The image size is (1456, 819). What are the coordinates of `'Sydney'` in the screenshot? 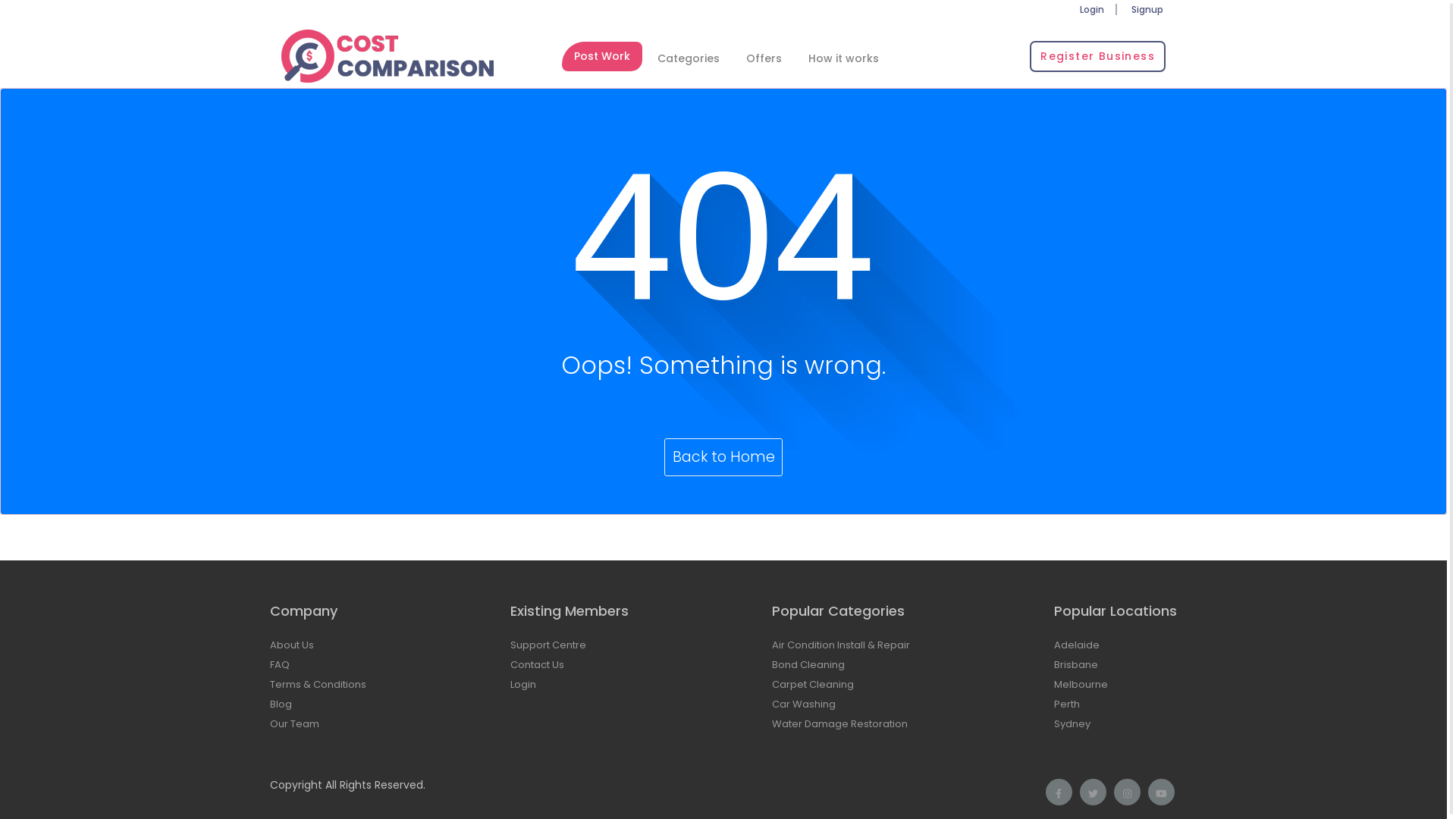 It's located at (1072, 723).